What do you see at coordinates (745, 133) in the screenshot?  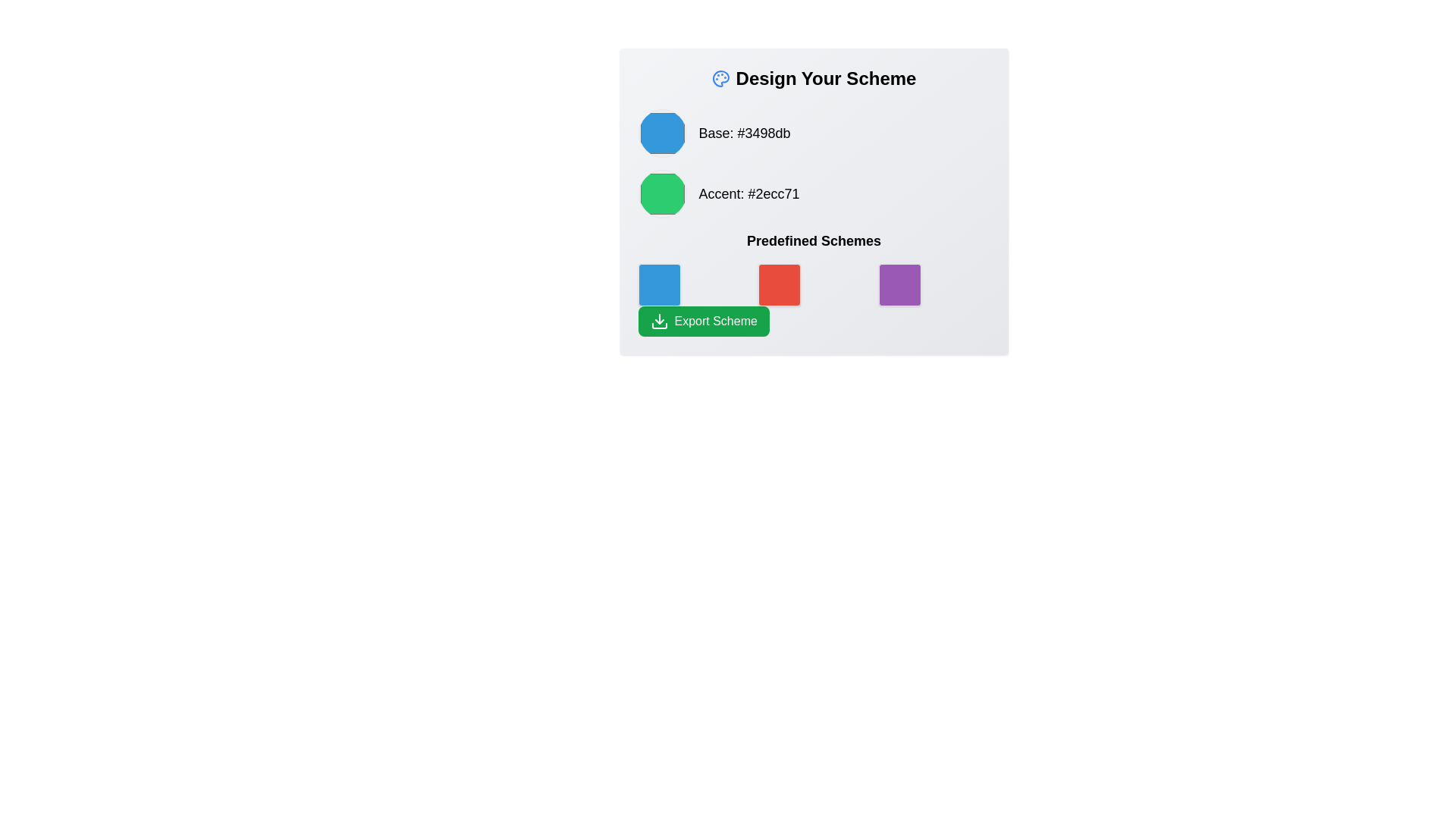 I see `color information displayed in the text label that shows 'Base: #3498db' located at the top-left region of the interface` at bounding box center [745, 133].